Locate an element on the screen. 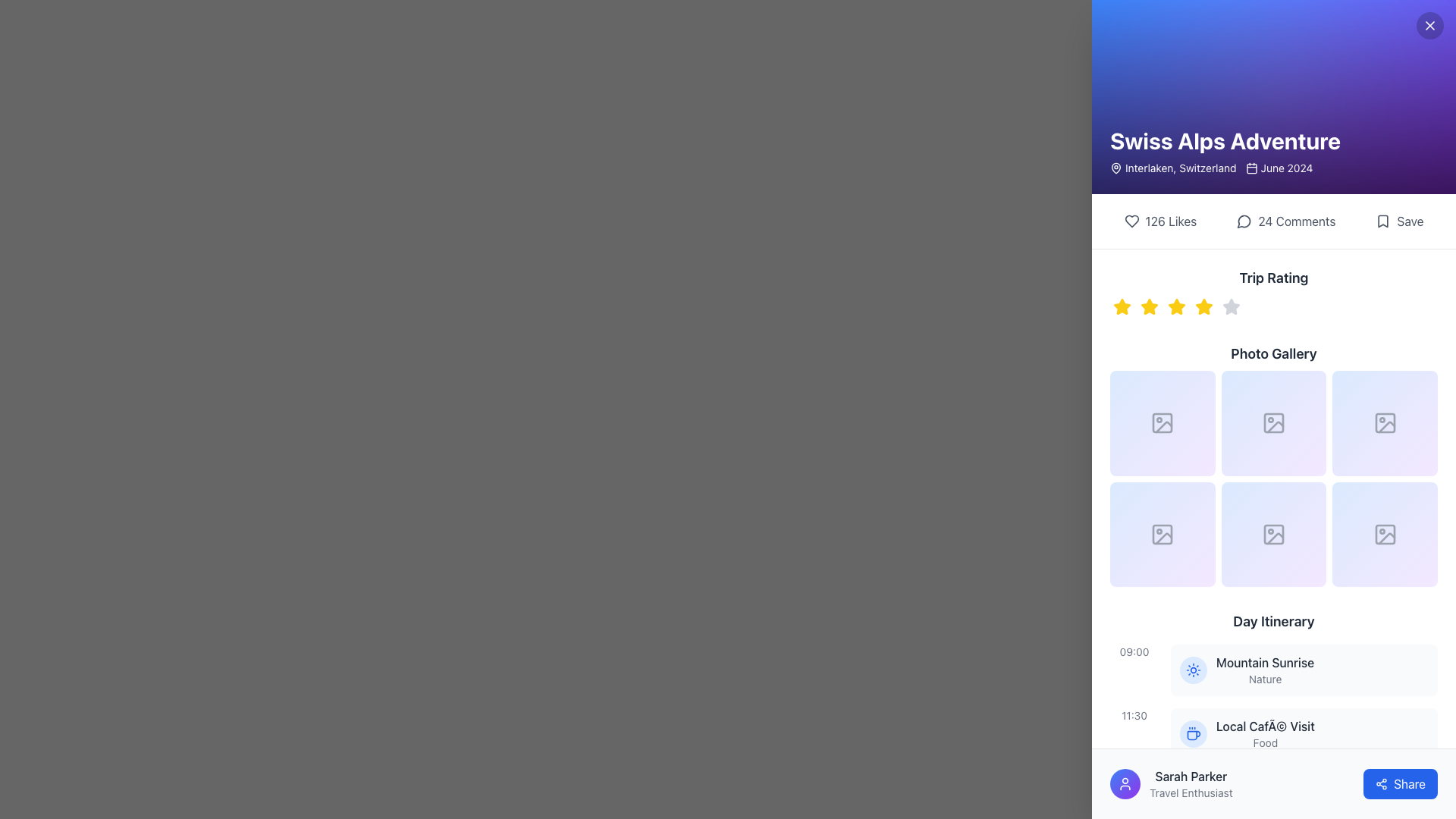 This screenshot has height=819, width=1456. the rectangular placeholder for image content located in the 'Photo Gallery' component is located at coordinates (1274, 534).